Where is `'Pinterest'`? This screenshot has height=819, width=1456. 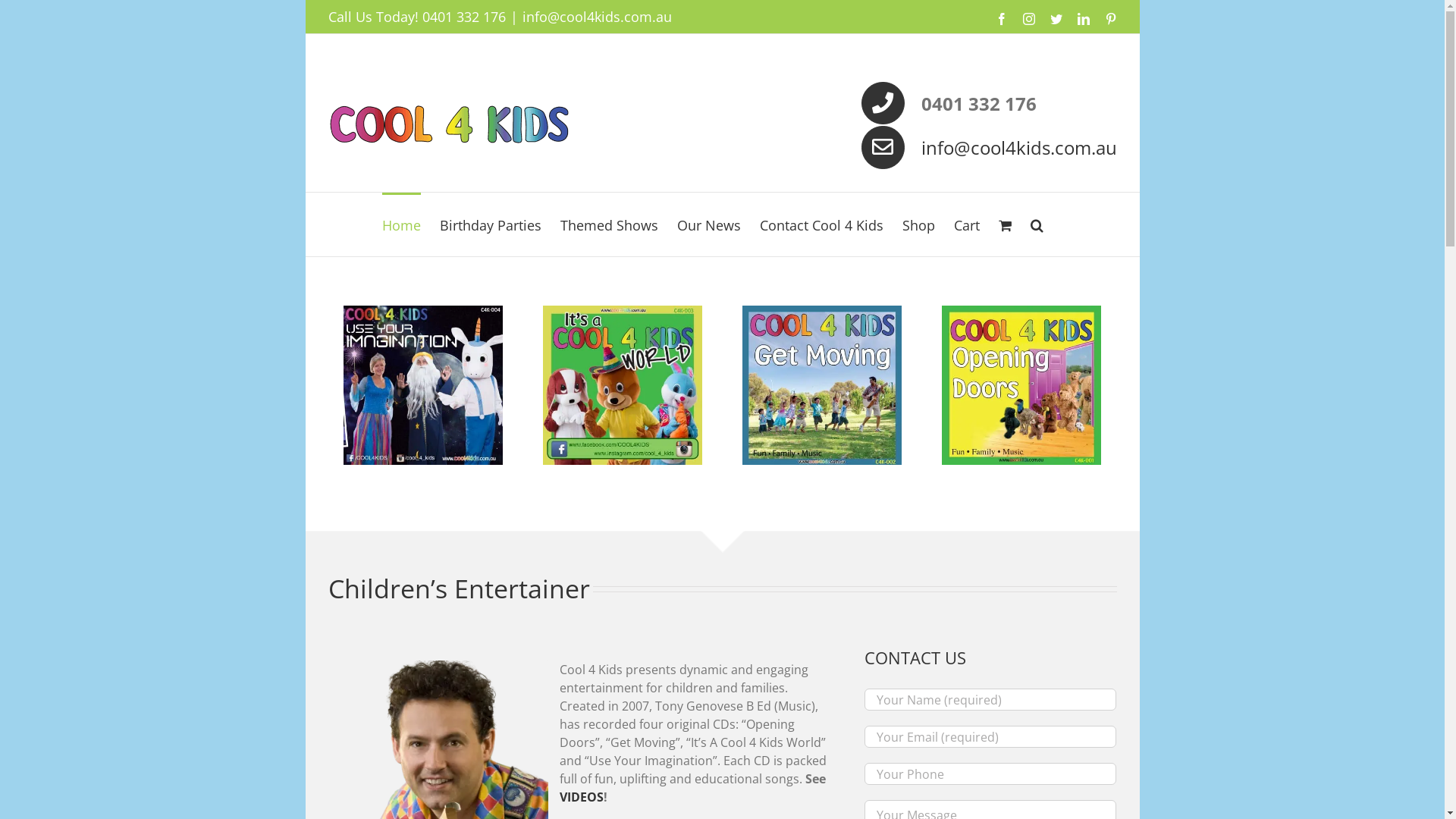 'Pinterest' is located at coordinates (1110, 18).